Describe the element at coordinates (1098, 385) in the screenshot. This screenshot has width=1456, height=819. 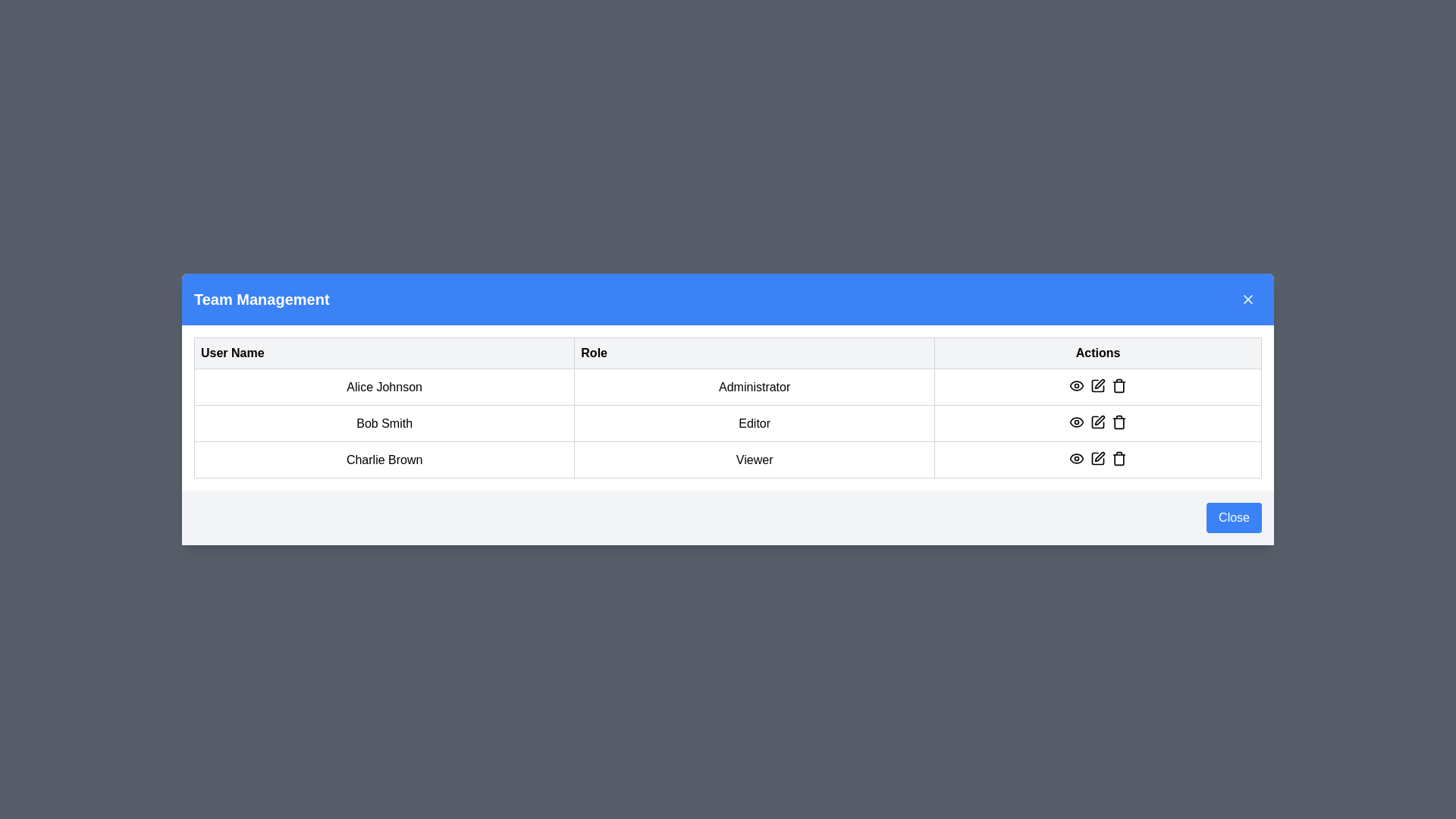
I see `the edit icon in the Actions column for the user 'Alice Johnson' to initiate editing` at that location.